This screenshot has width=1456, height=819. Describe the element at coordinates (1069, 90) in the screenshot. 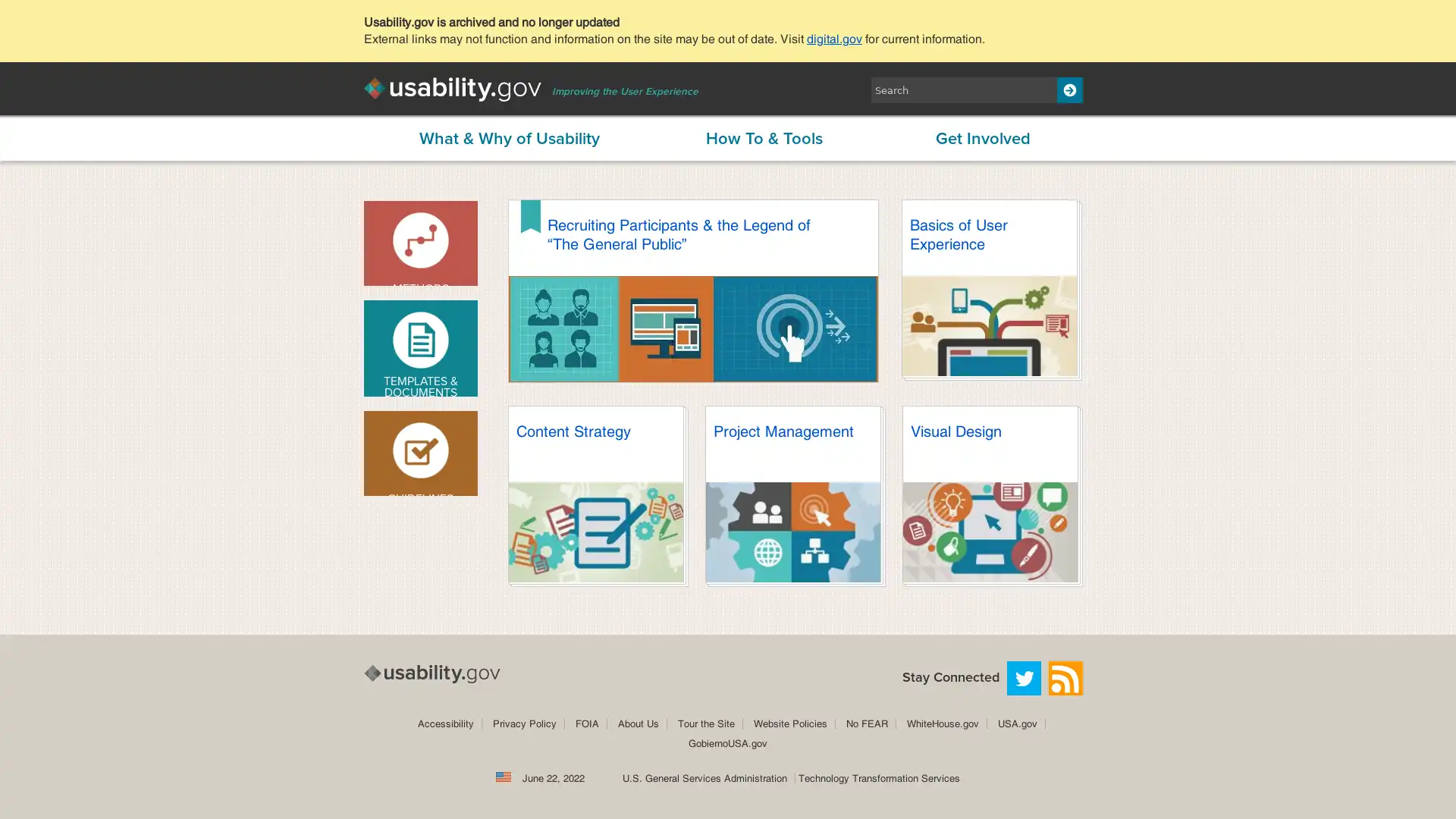

I see `Search` at that location.